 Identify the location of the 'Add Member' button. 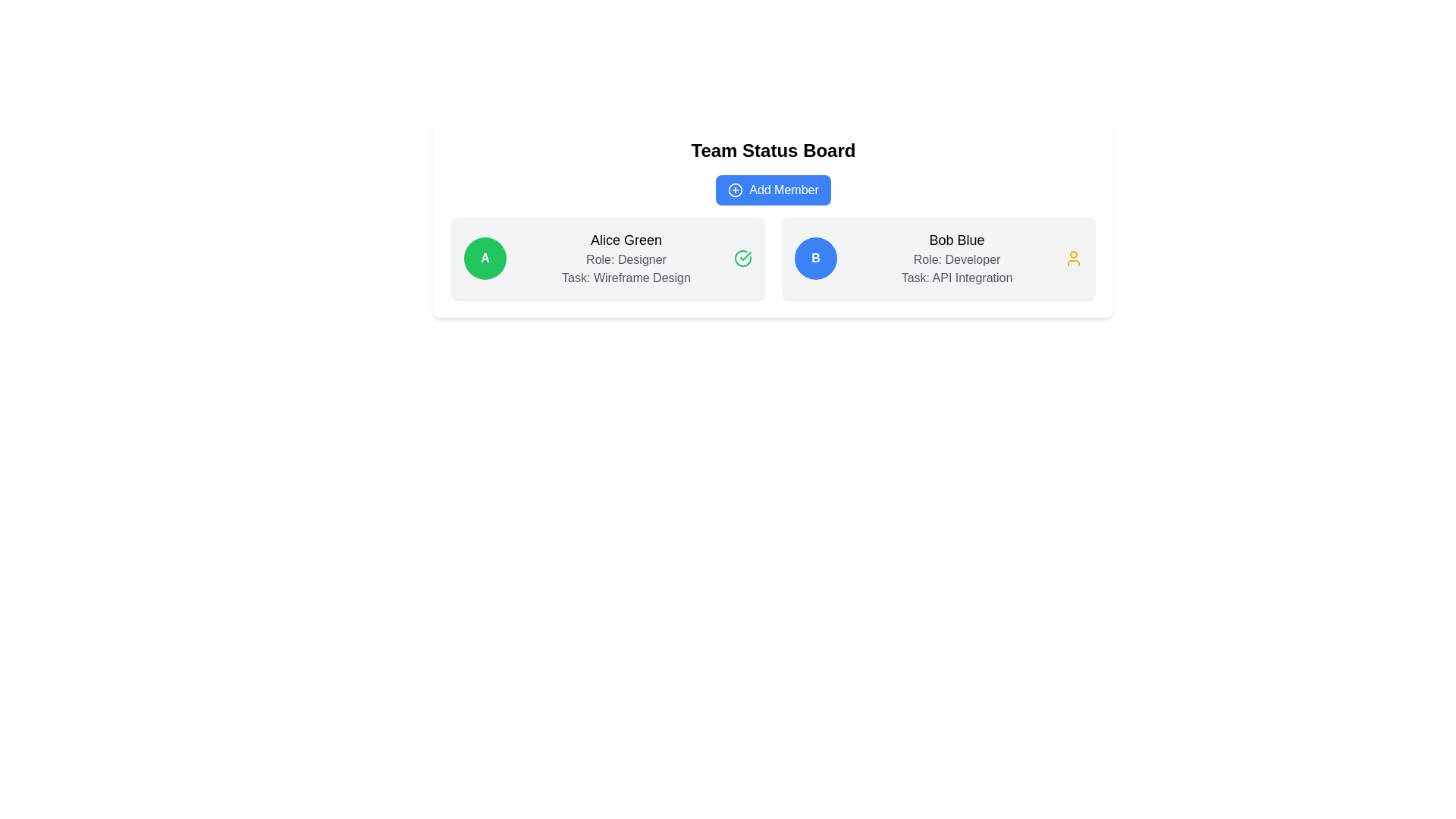
(773, 189).